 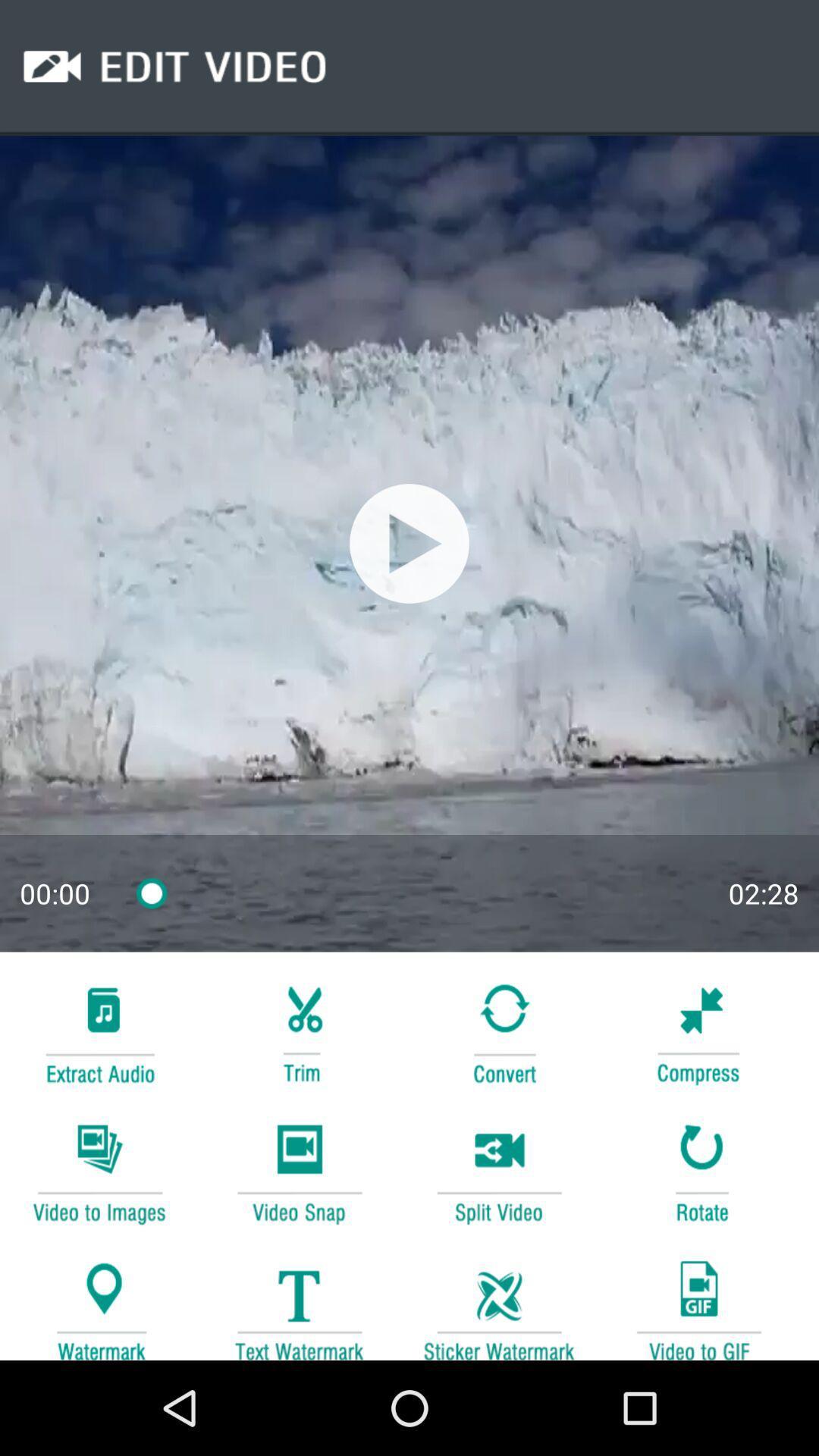 I want to click on stop, so click(x=409, y=543).